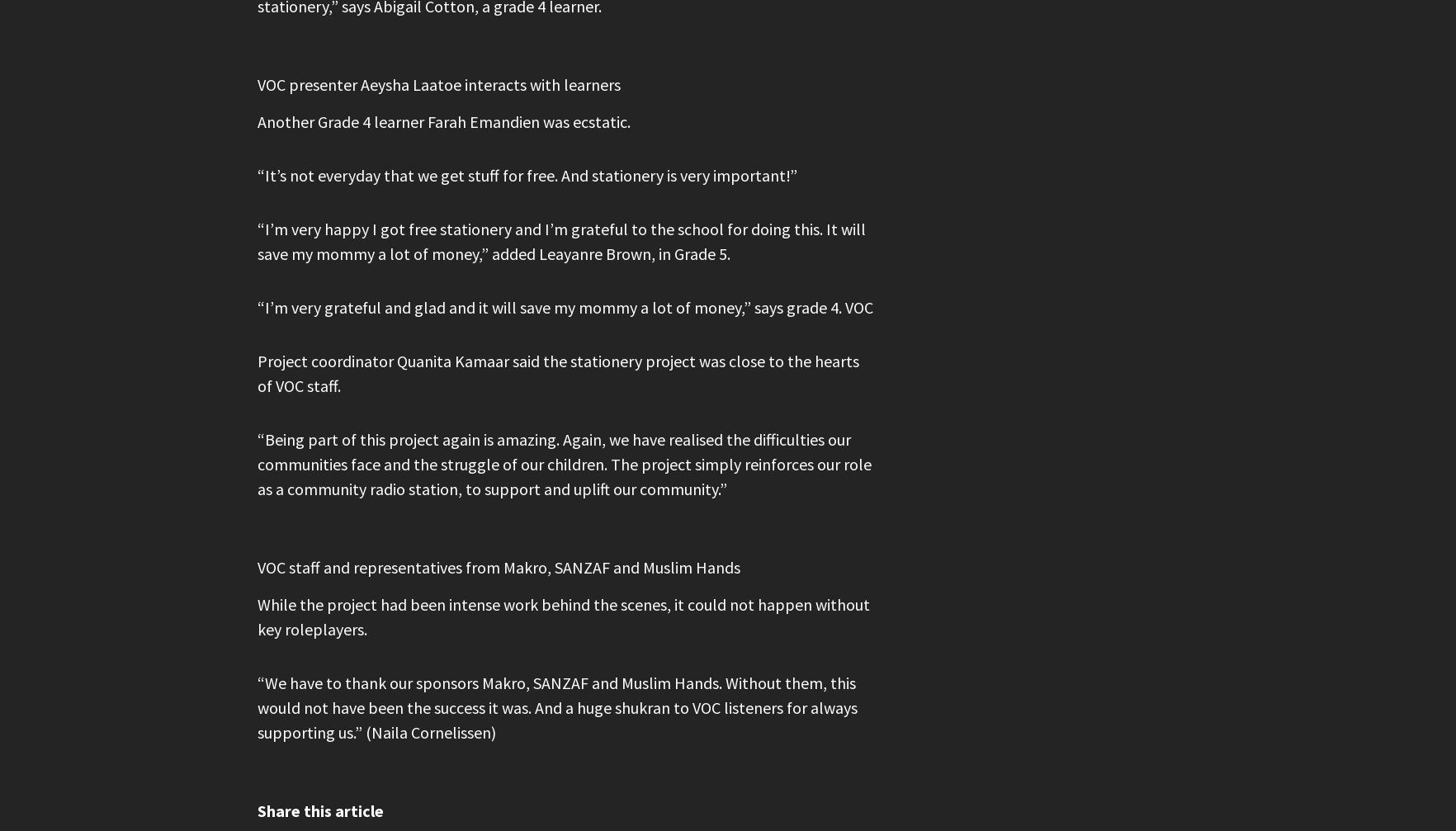 This screenshot has height=831, width=1456. What do you see at coordinates (444, 121) in the screenshot?
I see `'Another Grade 4 learner Farah Emandien was ecstatic.'` at bounding box center [444, 121].